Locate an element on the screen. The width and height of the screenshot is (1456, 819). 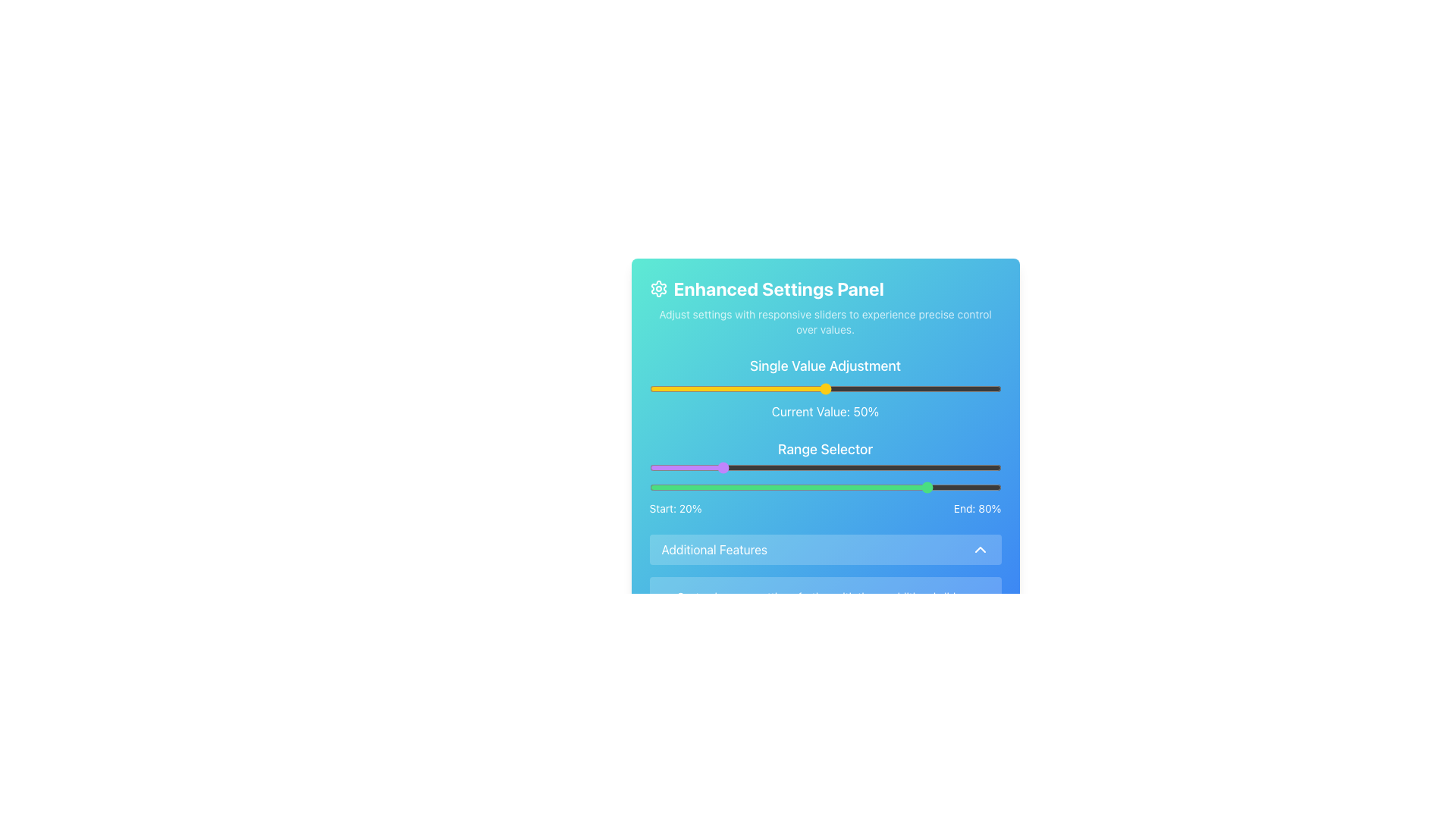
the slider value is located at coordinates (976, 388).